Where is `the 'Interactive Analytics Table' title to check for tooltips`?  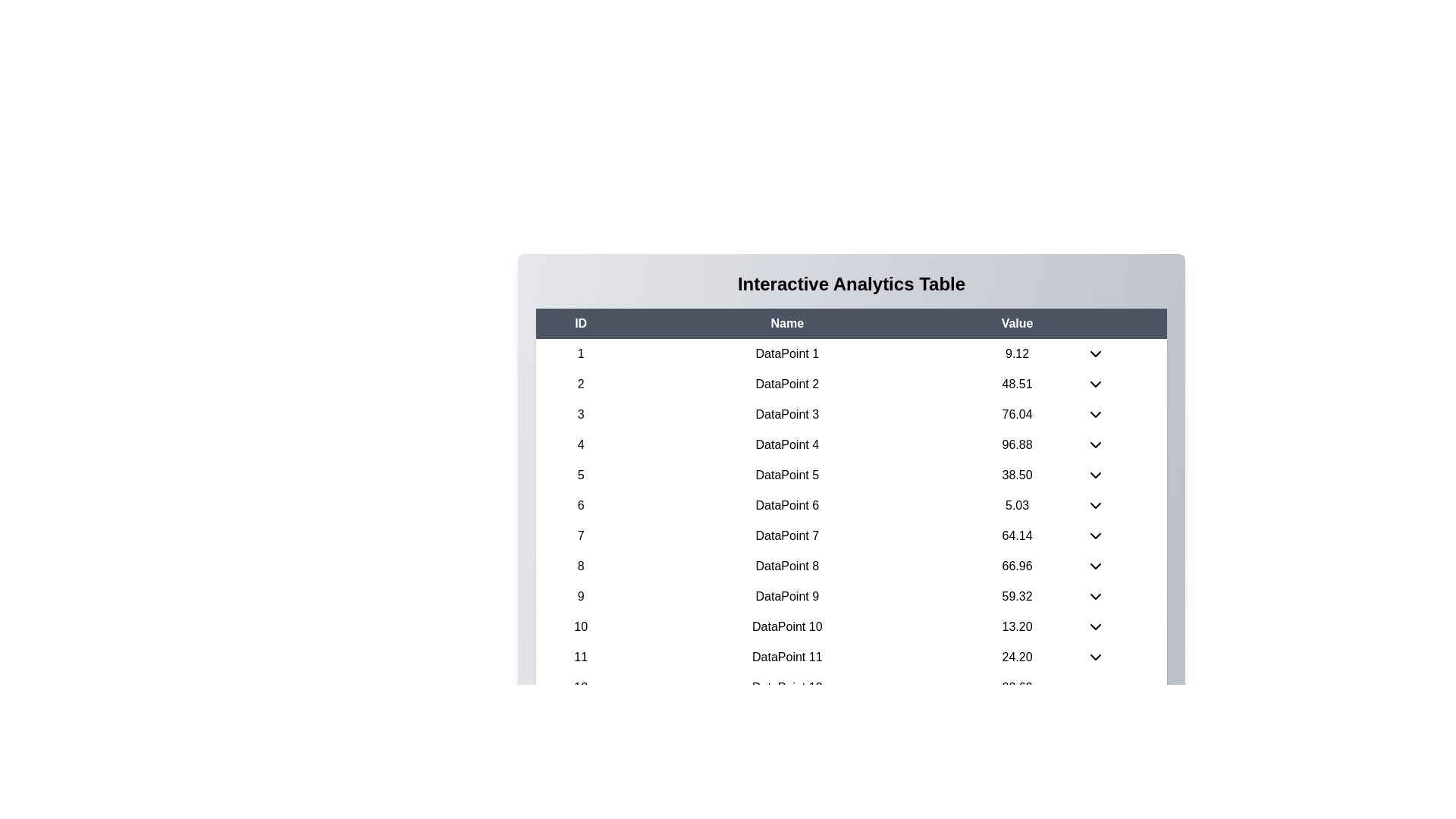 the 'Interactive Analytics Table' title to check for tooltips is located at coordinates (852, 284).